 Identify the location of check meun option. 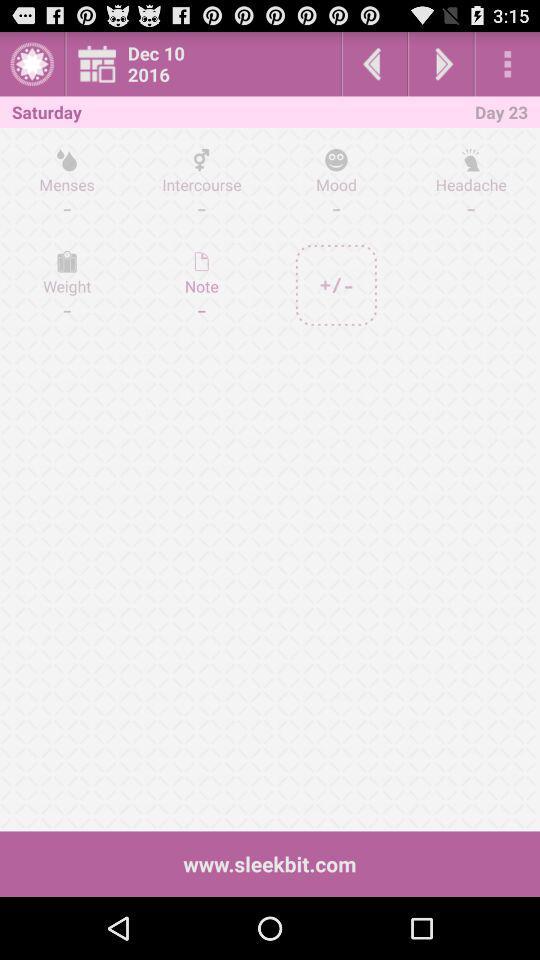
(507, 63).